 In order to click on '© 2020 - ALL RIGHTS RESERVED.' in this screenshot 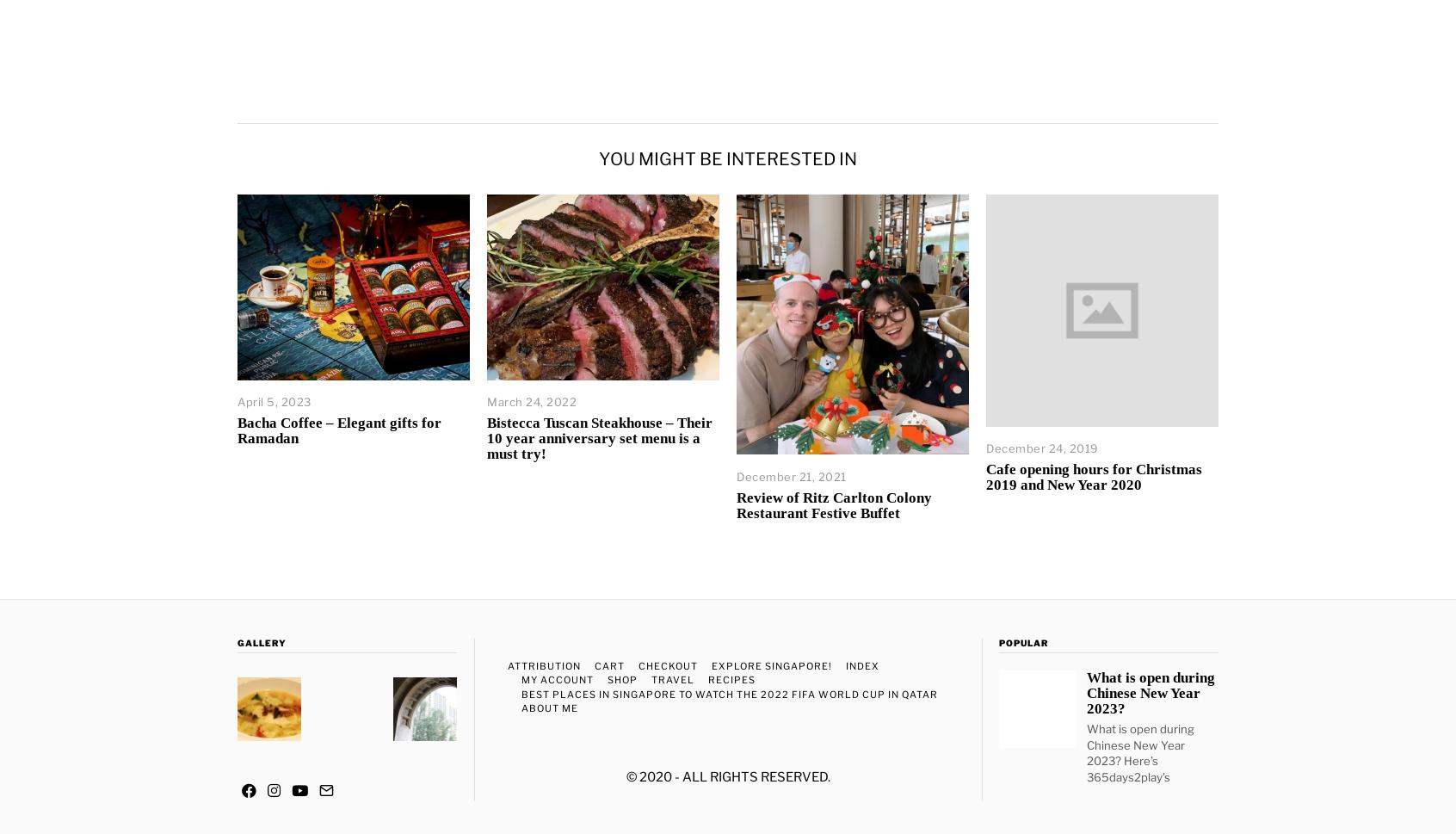, I will do `click(727, 776)`.